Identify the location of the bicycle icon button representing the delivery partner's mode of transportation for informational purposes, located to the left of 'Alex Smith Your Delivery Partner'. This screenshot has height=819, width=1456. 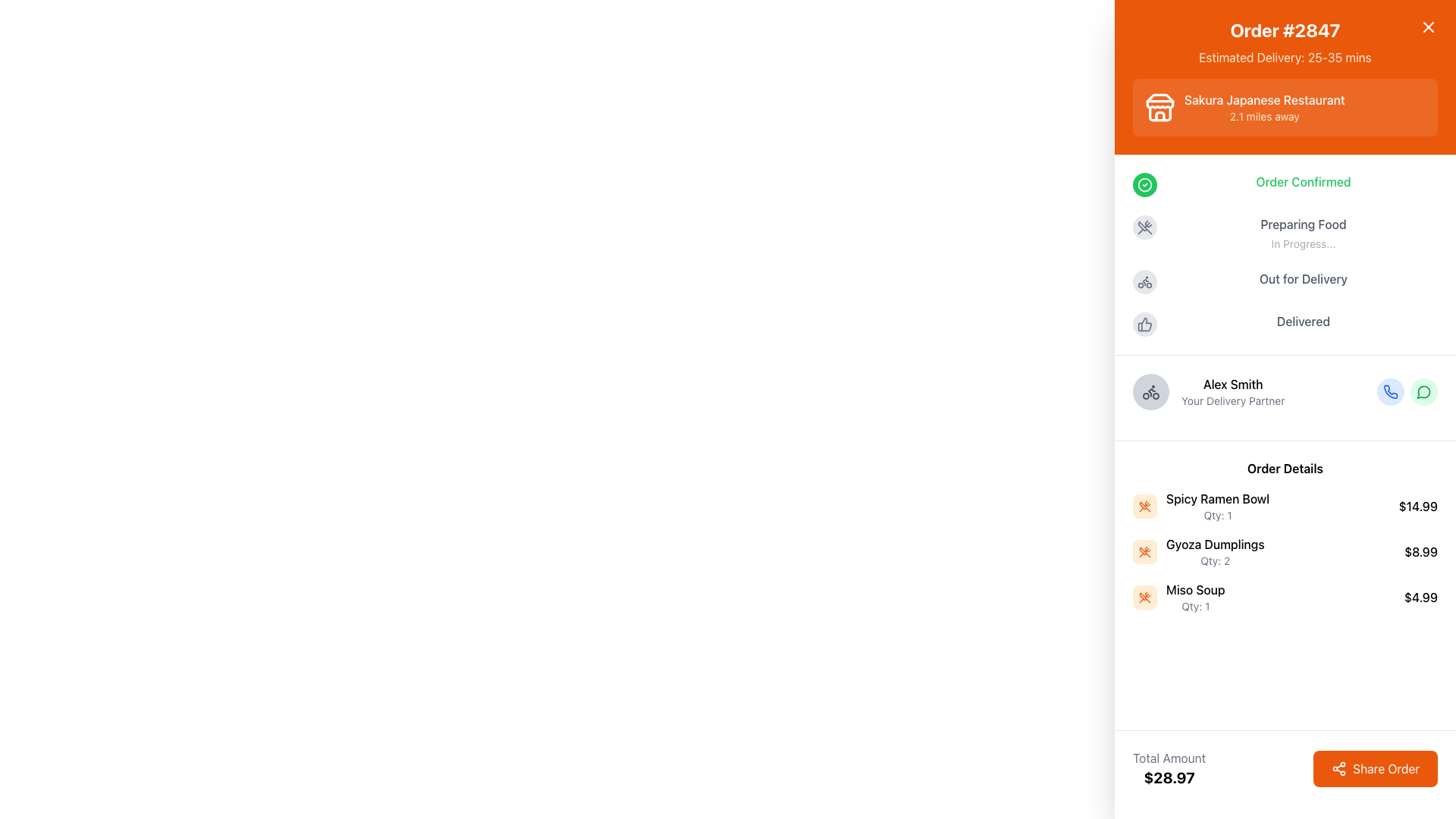
(1150, 391).